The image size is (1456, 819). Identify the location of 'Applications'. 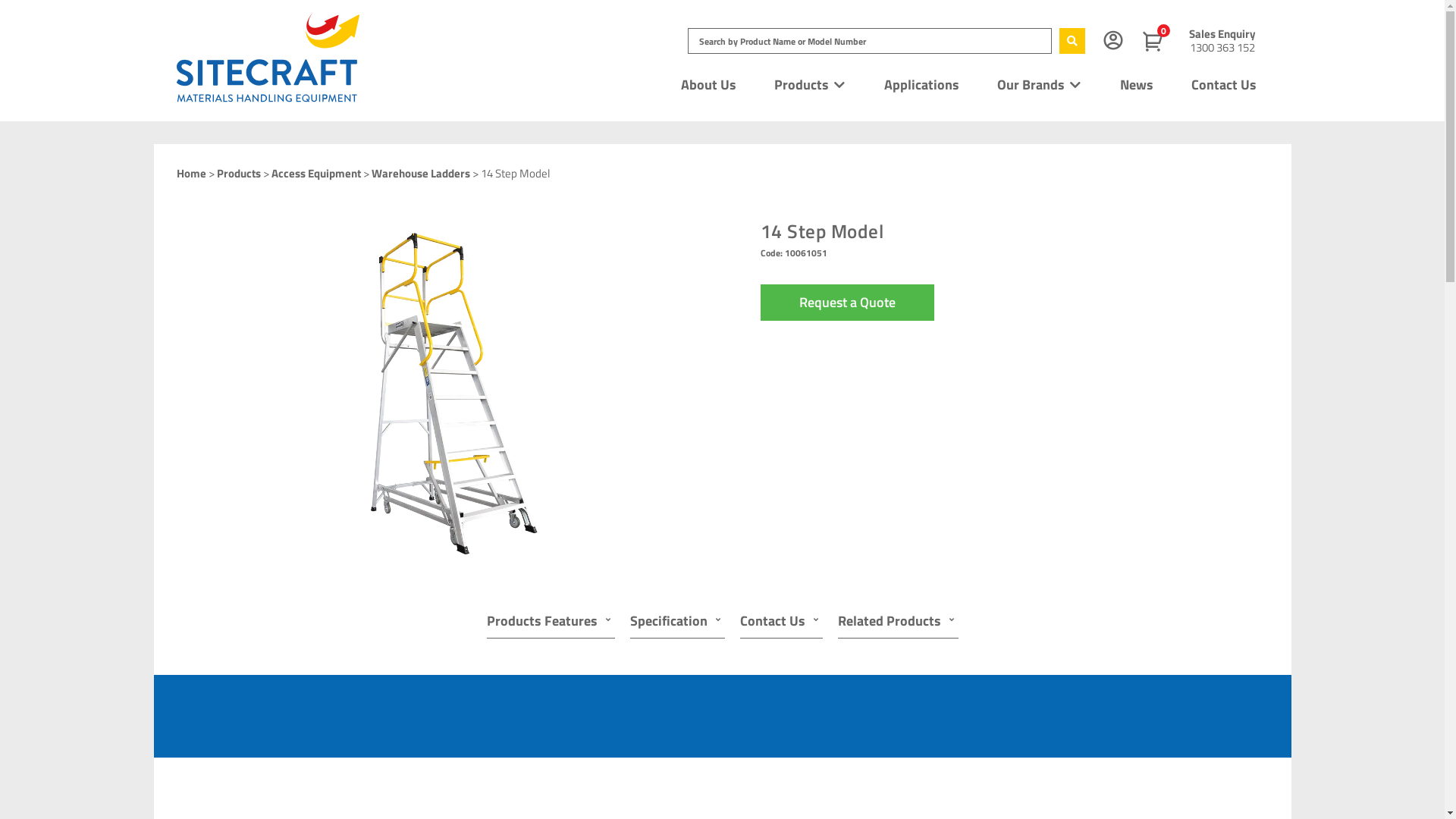
(884, 84).